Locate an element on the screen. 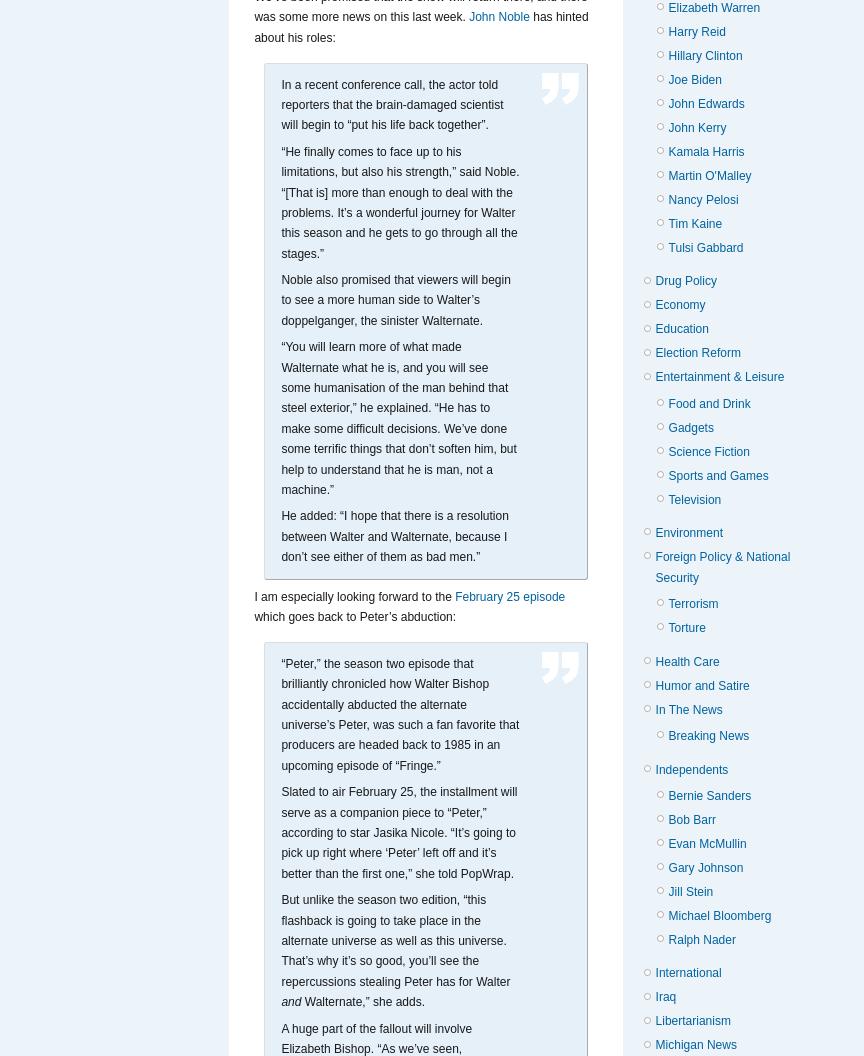 This screenshot has width=864, height=1056. 'Elizabeth Warren' is located at coordinates (714, 6).